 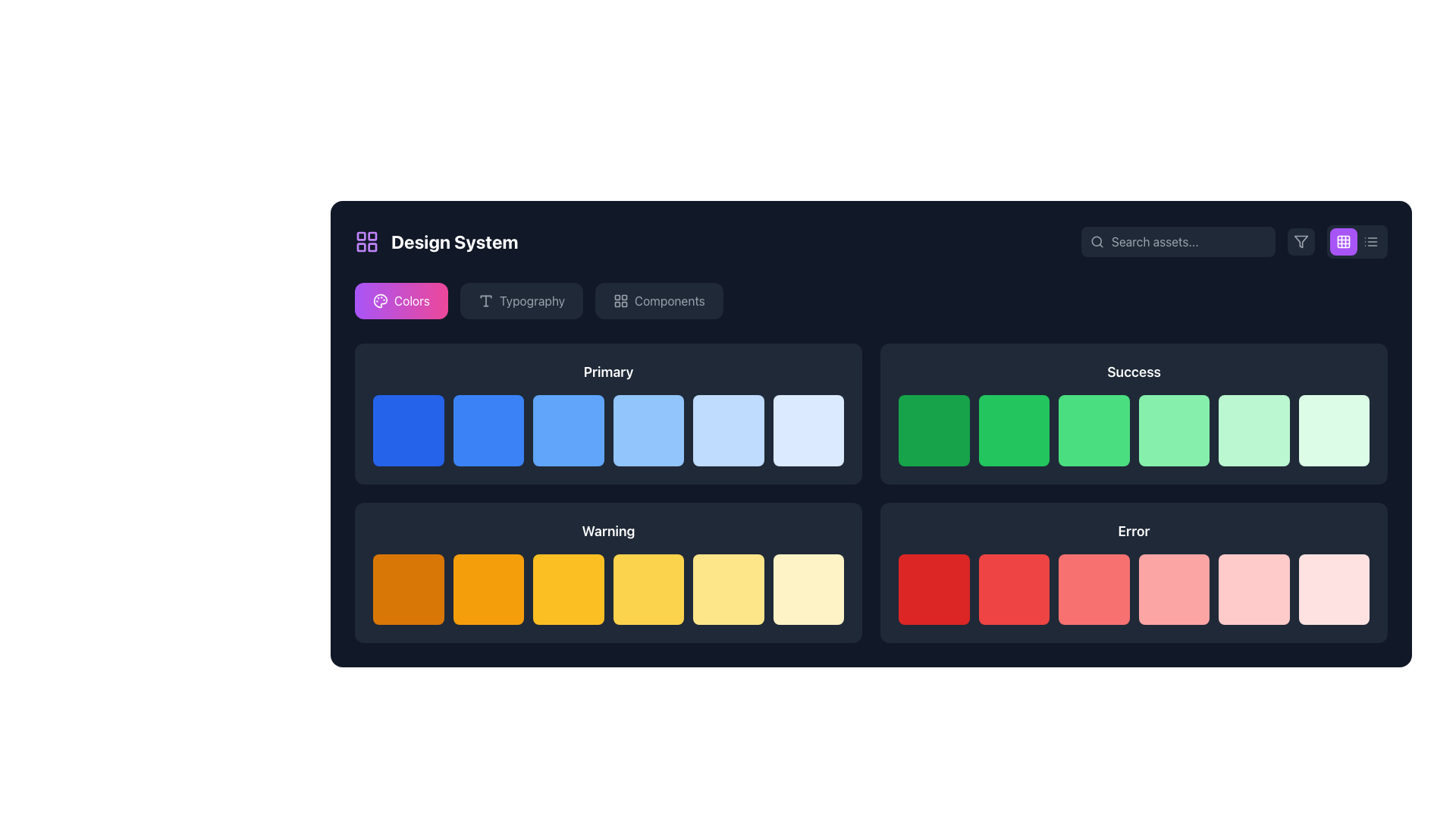 What do you see at coordinates (809, 432) in the screenshot?
I see `the rounded square visual element in the 'Primary' color palette group, located on the rightmost side and centrally aligned with the Success and Warning sections` at bounding box center [809, 432].